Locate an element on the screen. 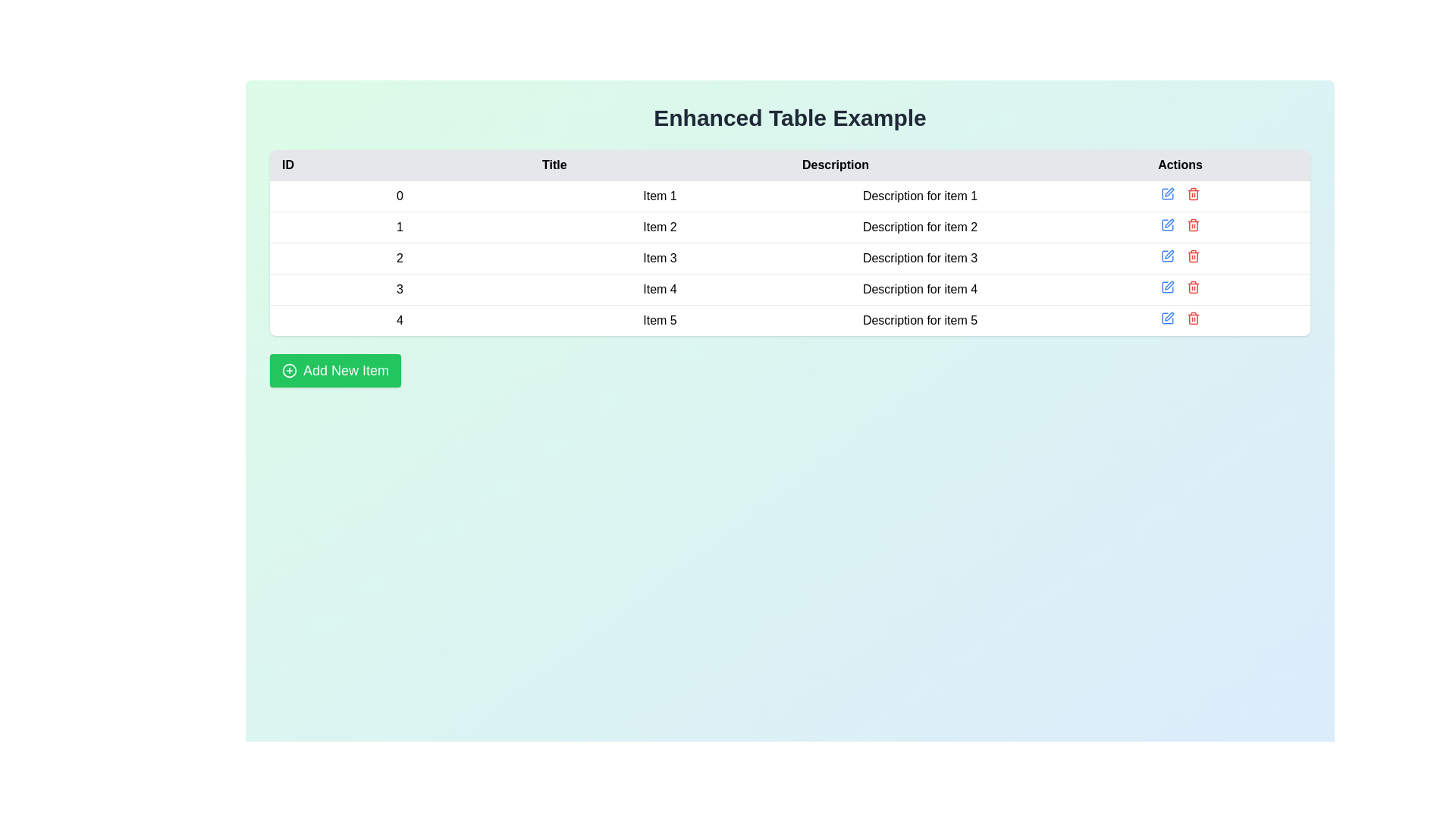 The image size is (1456, 819). the circular icon that represents the 'Add New Item' action, located near the bottom left of the page under a table is located at coordinates (290, 371).